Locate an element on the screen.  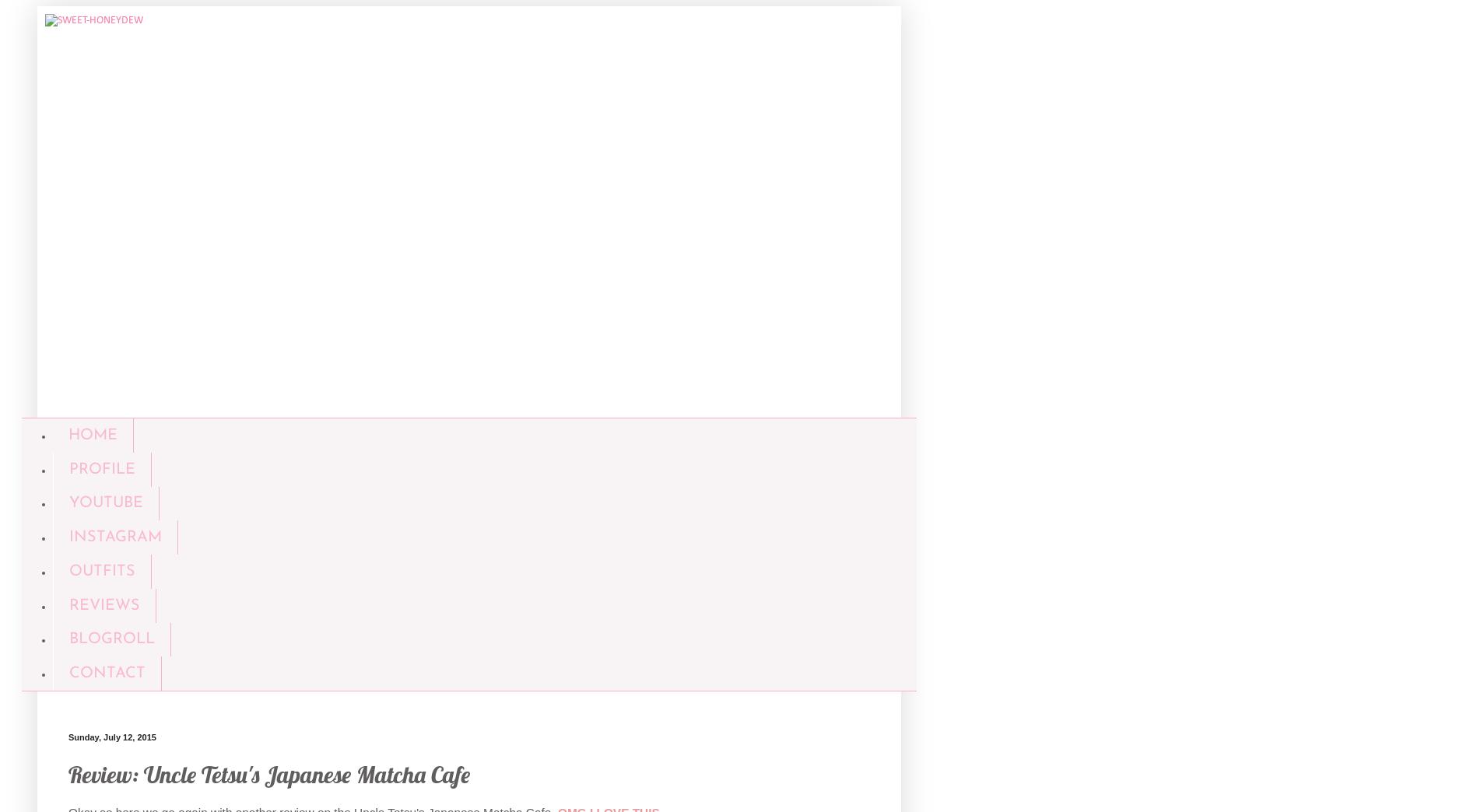
'YOUTUBE' is located at coordinates (105, 502).